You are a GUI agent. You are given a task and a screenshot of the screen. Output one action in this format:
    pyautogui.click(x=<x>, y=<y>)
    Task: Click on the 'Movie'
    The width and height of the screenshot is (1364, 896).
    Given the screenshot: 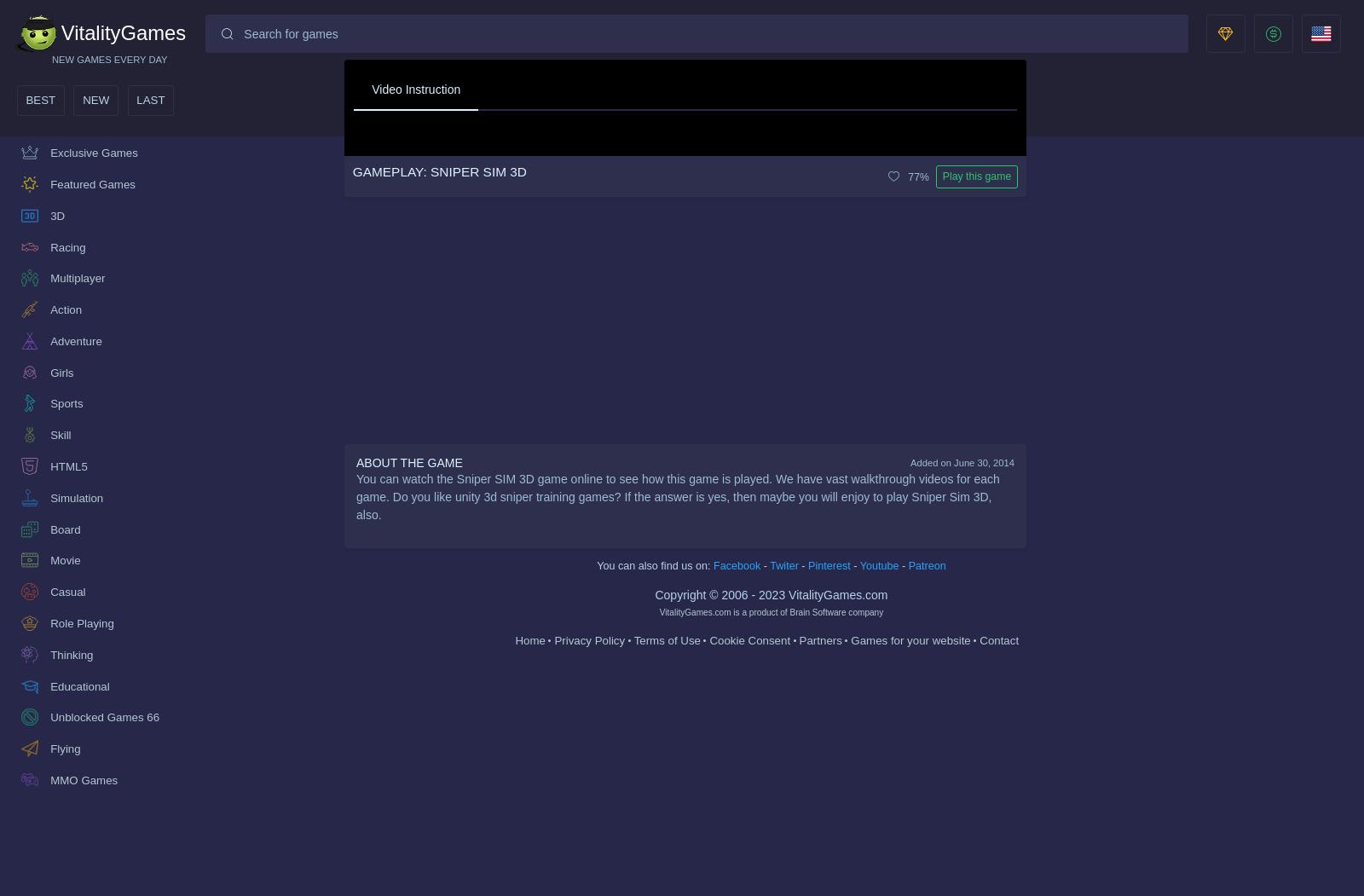 What is the action you would take?
    pyautogui.click(x=49, y=560)
    